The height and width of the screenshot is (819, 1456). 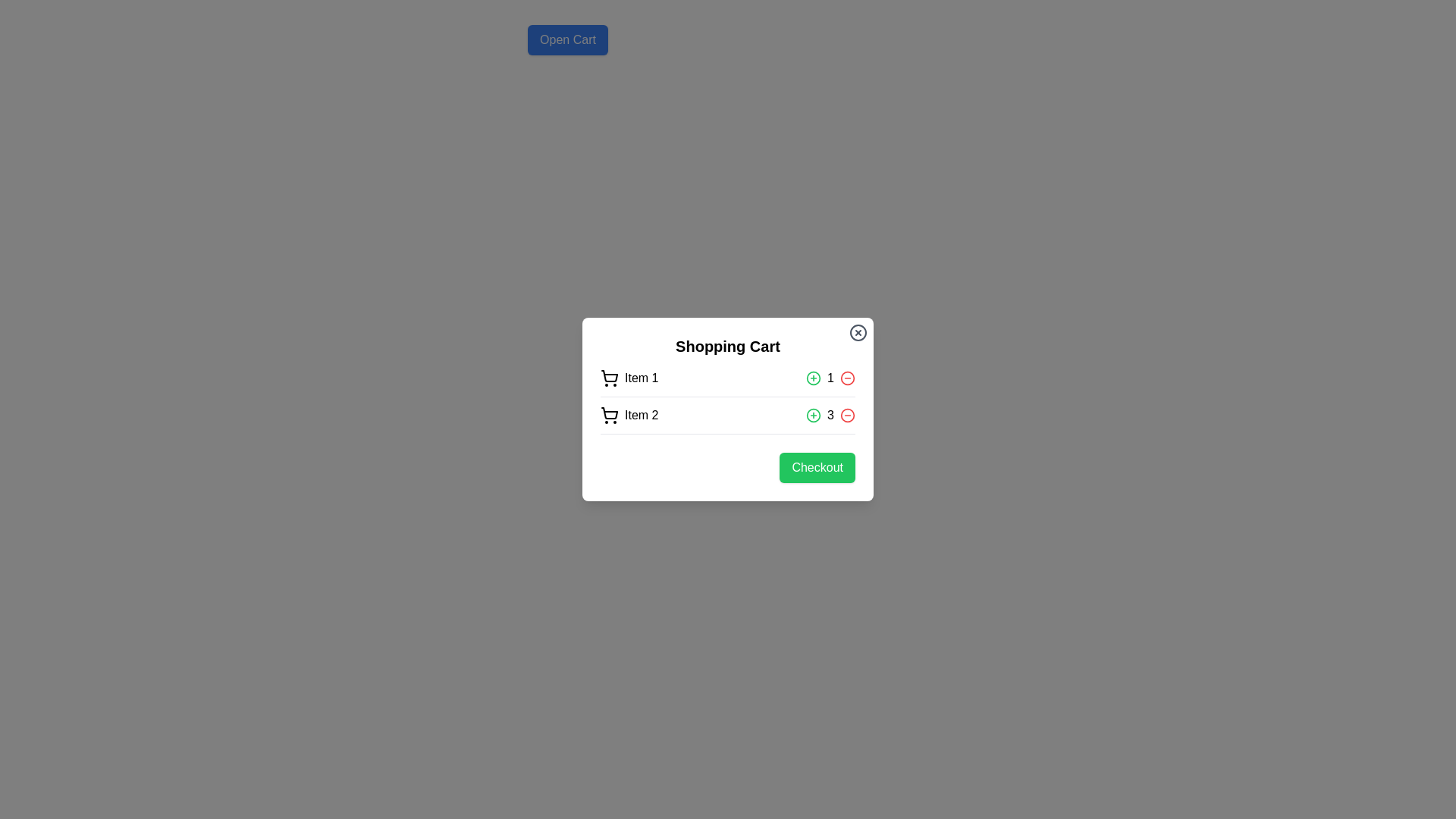 I want to click on the text label displaying 'Item 1' in the shopping cart dialog, which is aligned with a shopping cart icon to its left and is the first product listed, so click(x=642, y=377).